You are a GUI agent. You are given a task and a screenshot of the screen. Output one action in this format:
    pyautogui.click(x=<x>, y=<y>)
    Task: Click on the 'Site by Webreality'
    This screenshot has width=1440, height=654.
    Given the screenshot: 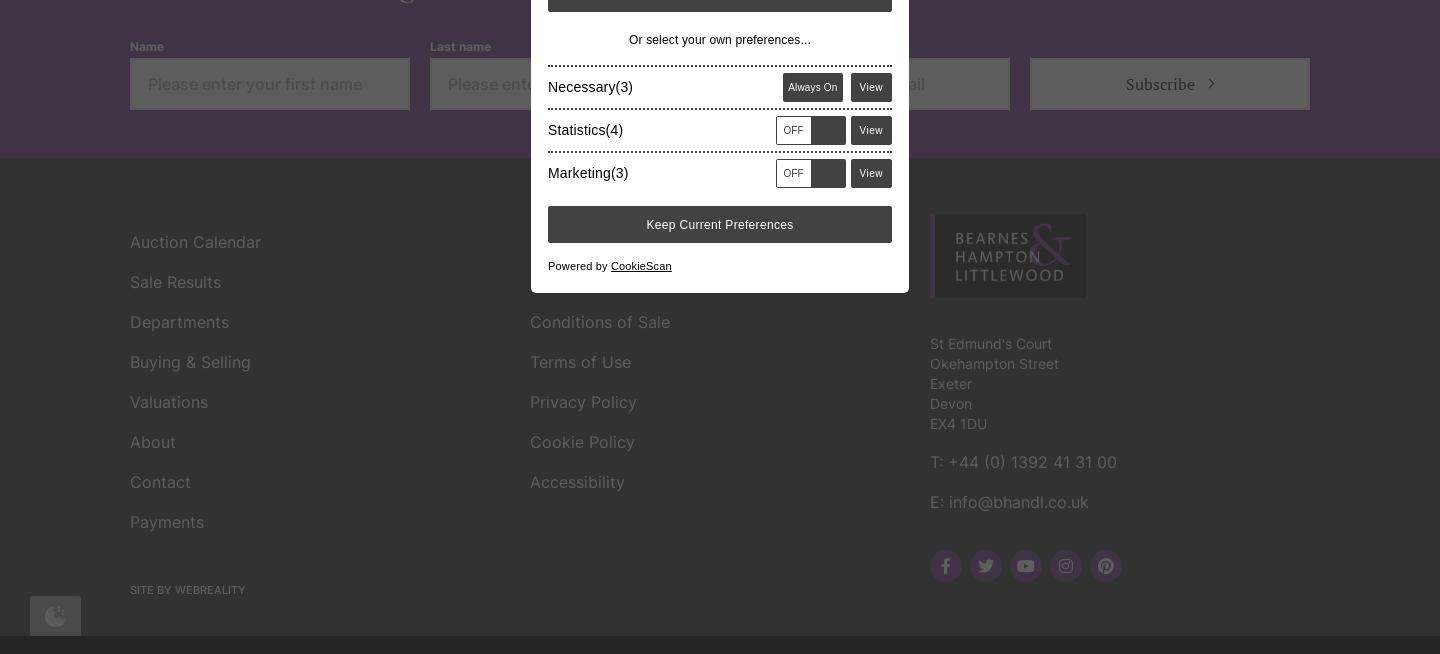 What is the action you would take?
    pyautogui.click(x=129, y=299)
    